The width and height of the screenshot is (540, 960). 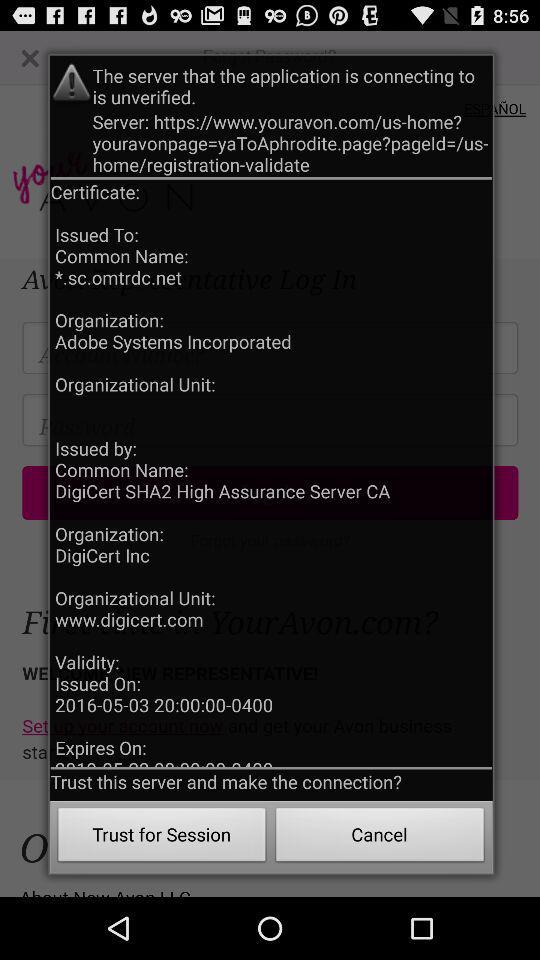 I want to click on icon at the bottom left corner, so click(x=161, y=837).